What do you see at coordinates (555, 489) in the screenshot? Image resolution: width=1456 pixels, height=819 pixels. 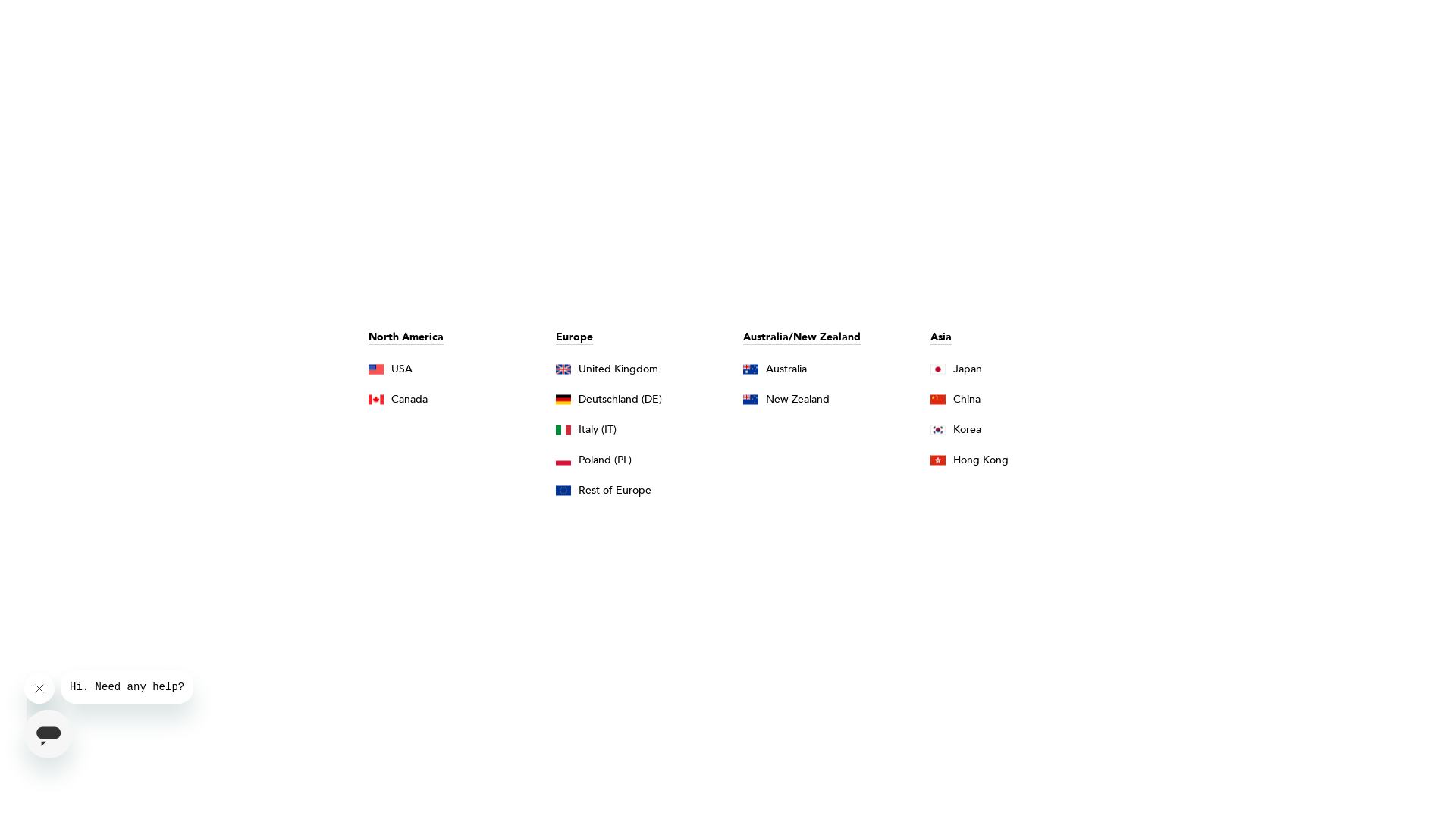 I see `'Rest of Europe'` at bounding box center [555, 489].